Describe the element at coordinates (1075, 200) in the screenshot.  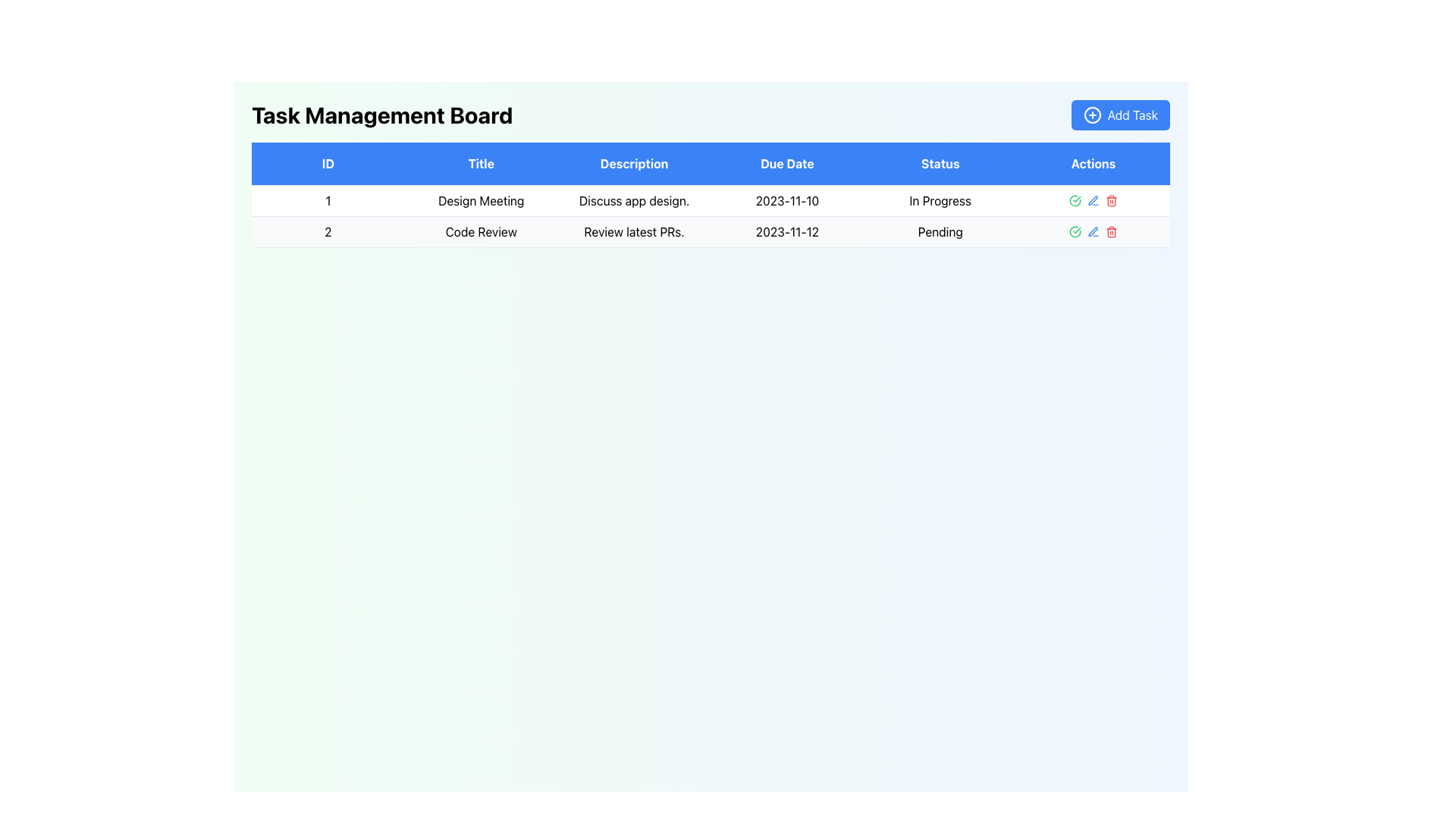
I see `the green circular icon button with a checkmark, located in the 'Actions' column of the second row in the table` at that location.